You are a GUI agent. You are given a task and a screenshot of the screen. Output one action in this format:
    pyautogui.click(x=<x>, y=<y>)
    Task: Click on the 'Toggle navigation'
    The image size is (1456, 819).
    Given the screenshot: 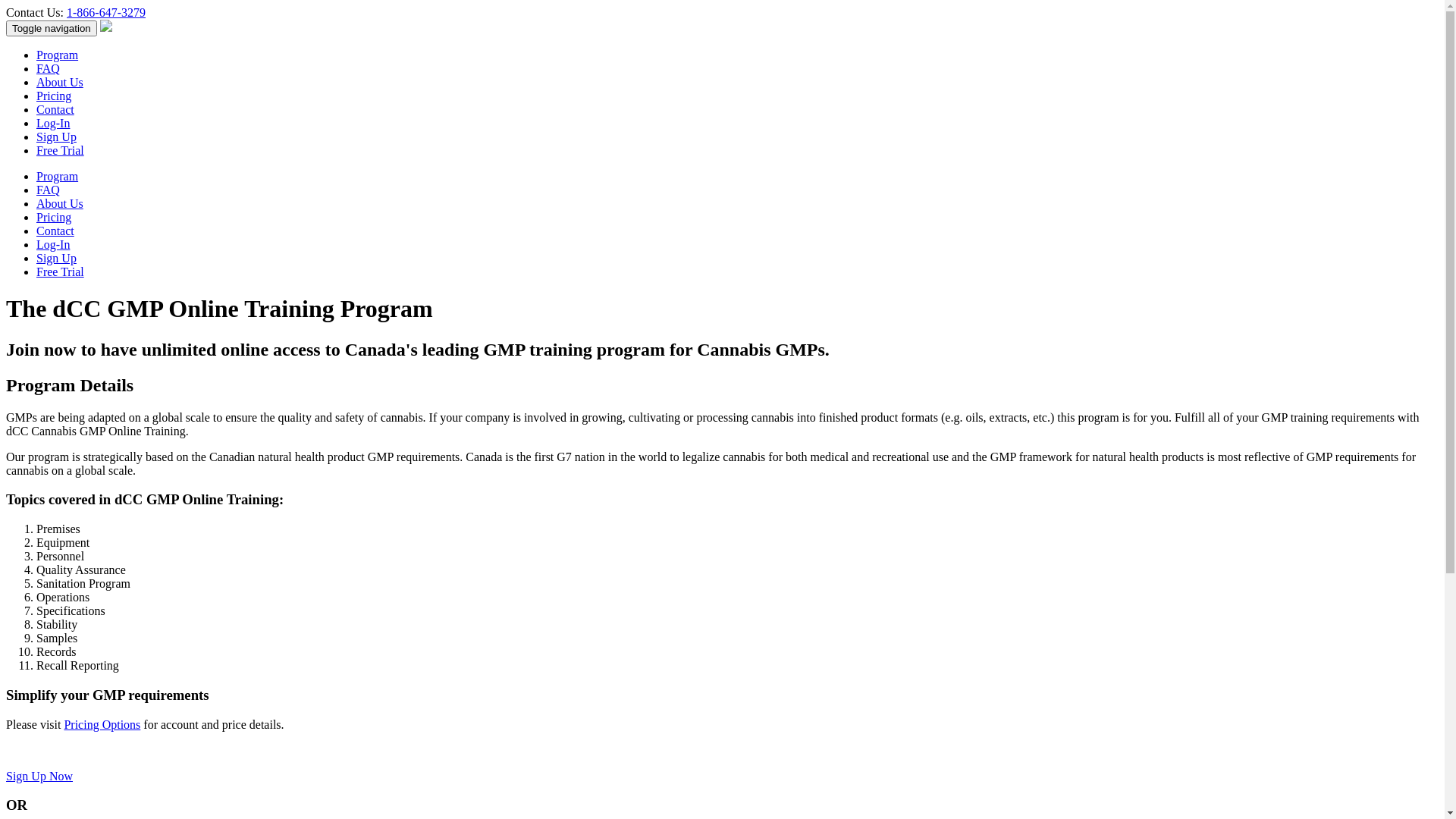 What is the action you would take?
    pyautogui.click(x=51, y=28)
    